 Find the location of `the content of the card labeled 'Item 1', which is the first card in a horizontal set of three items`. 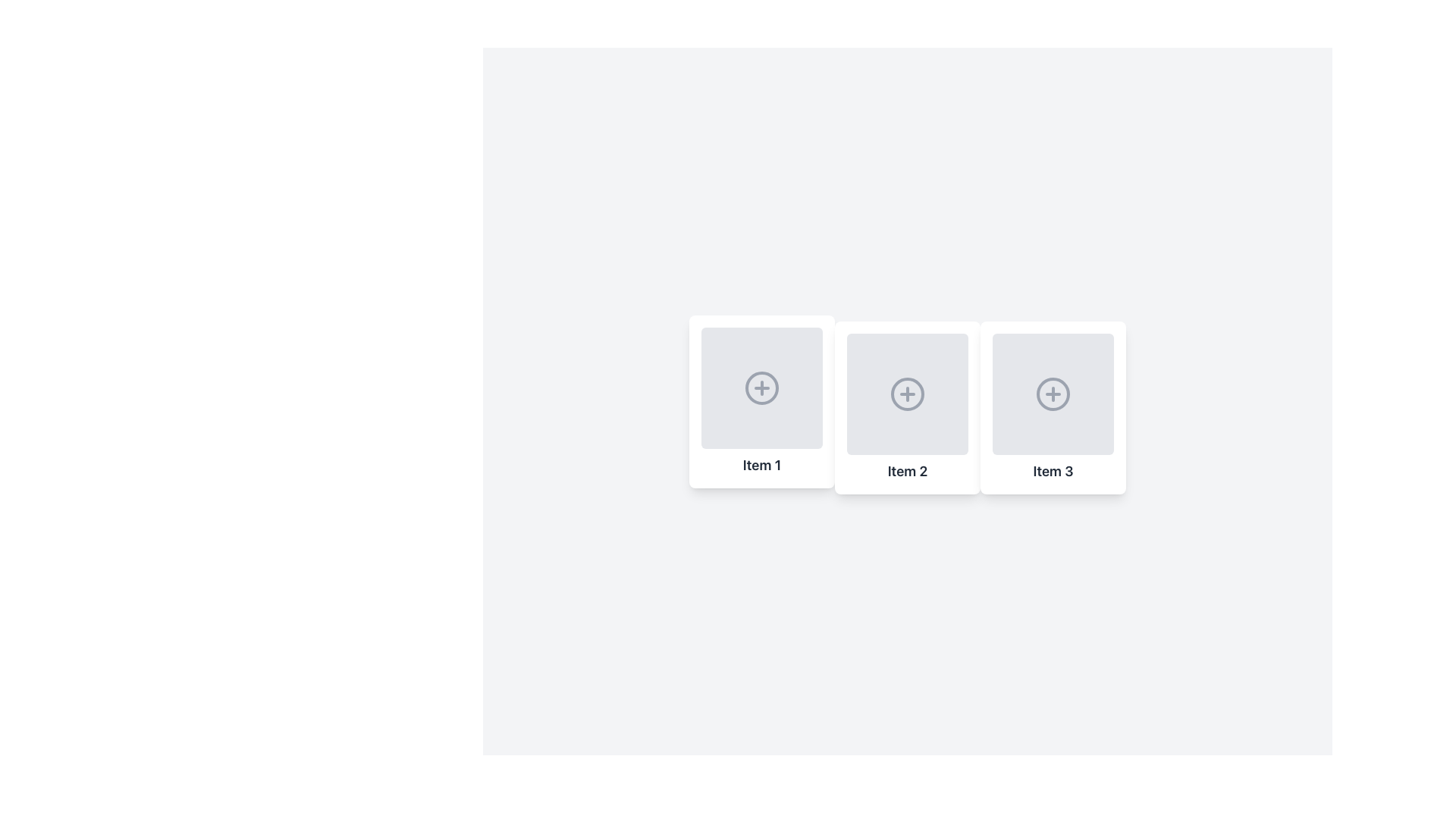

the content of the card labeled 'Item 1', which is the first card in a horizontal set of three items is located at coordinates (761, 400).